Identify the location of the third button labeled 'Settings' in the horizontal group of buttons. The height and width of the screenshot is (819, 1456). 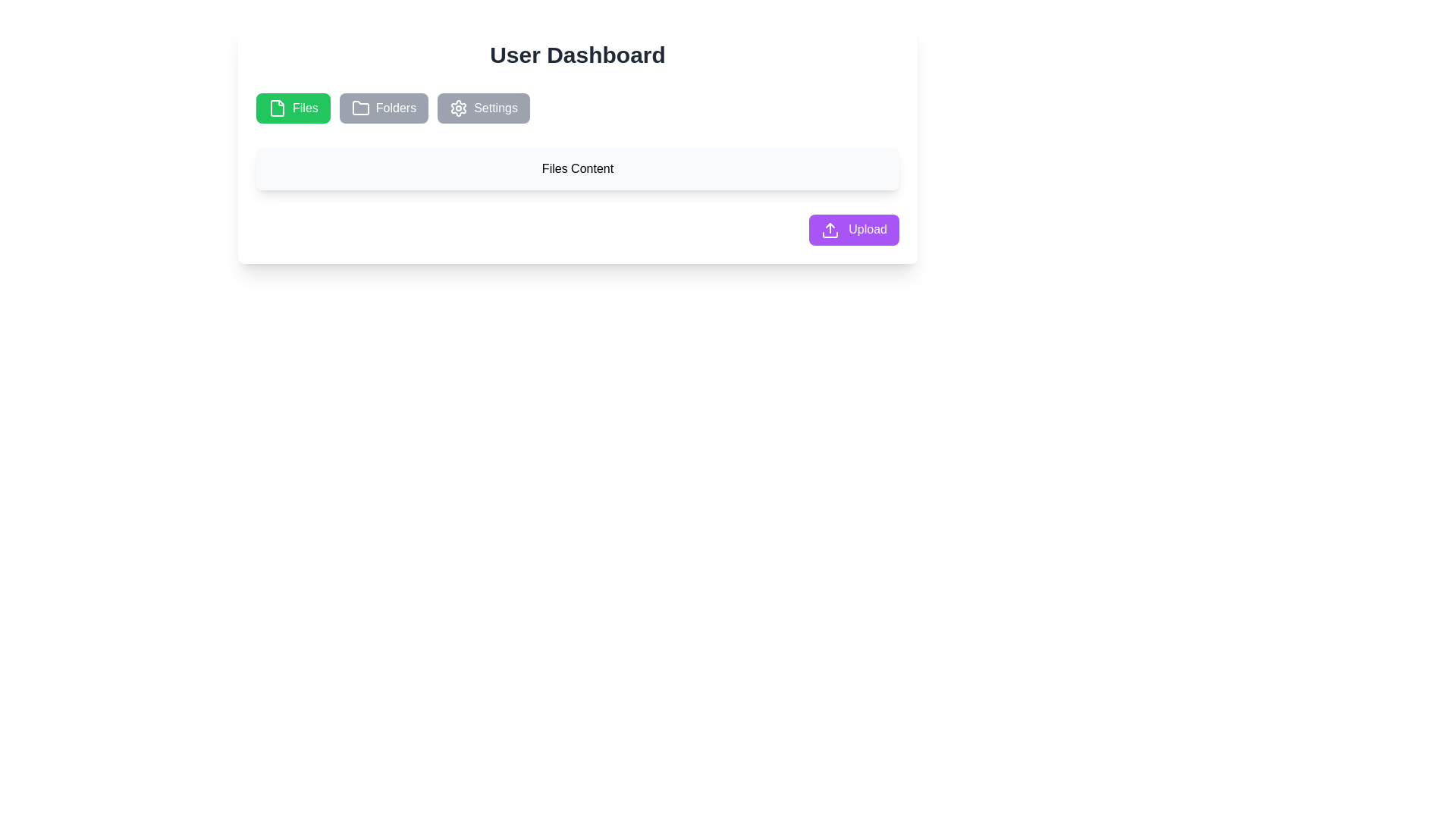
(483, 107).